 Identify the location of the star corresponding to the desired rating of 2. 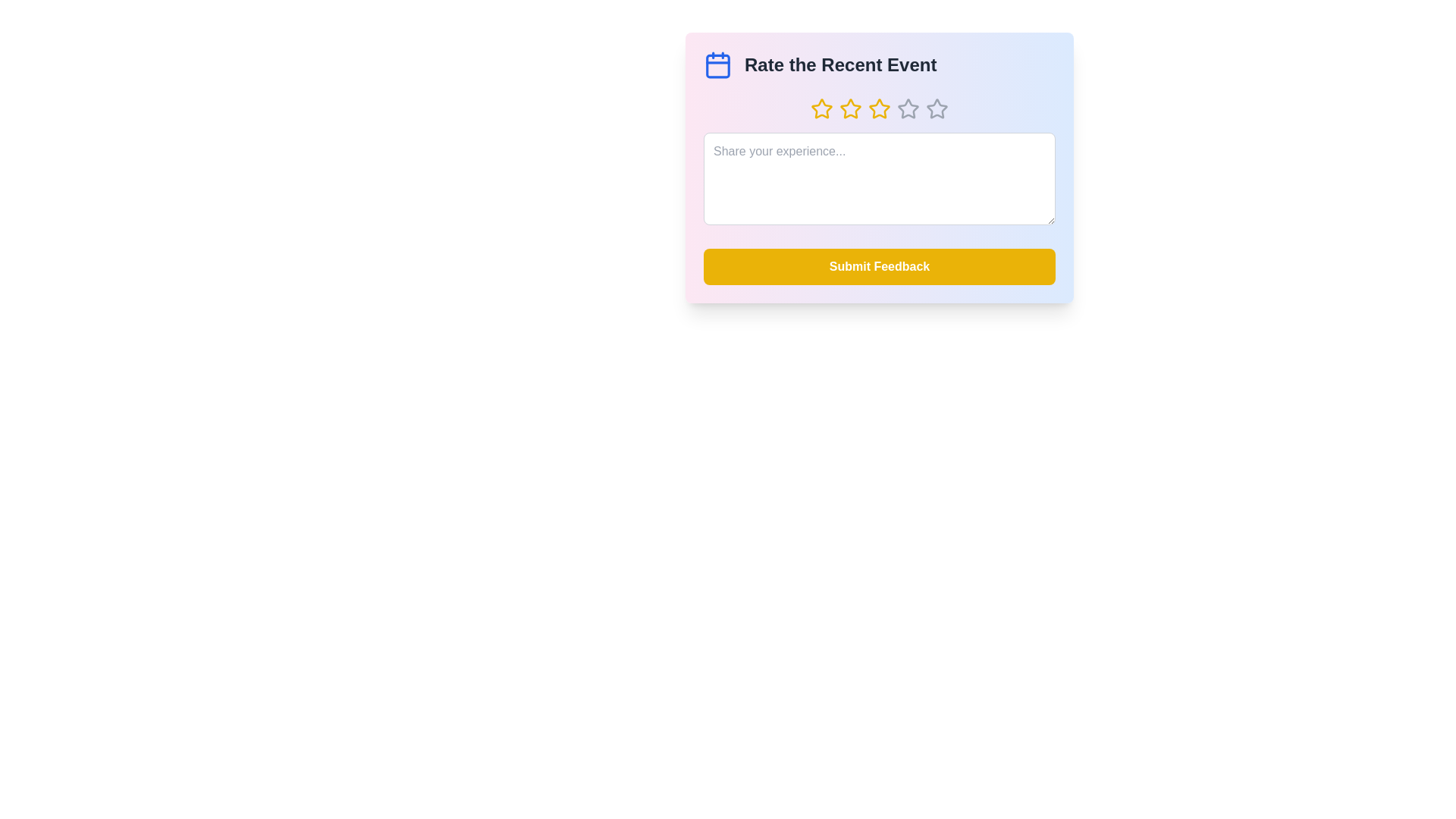
(851, 108).